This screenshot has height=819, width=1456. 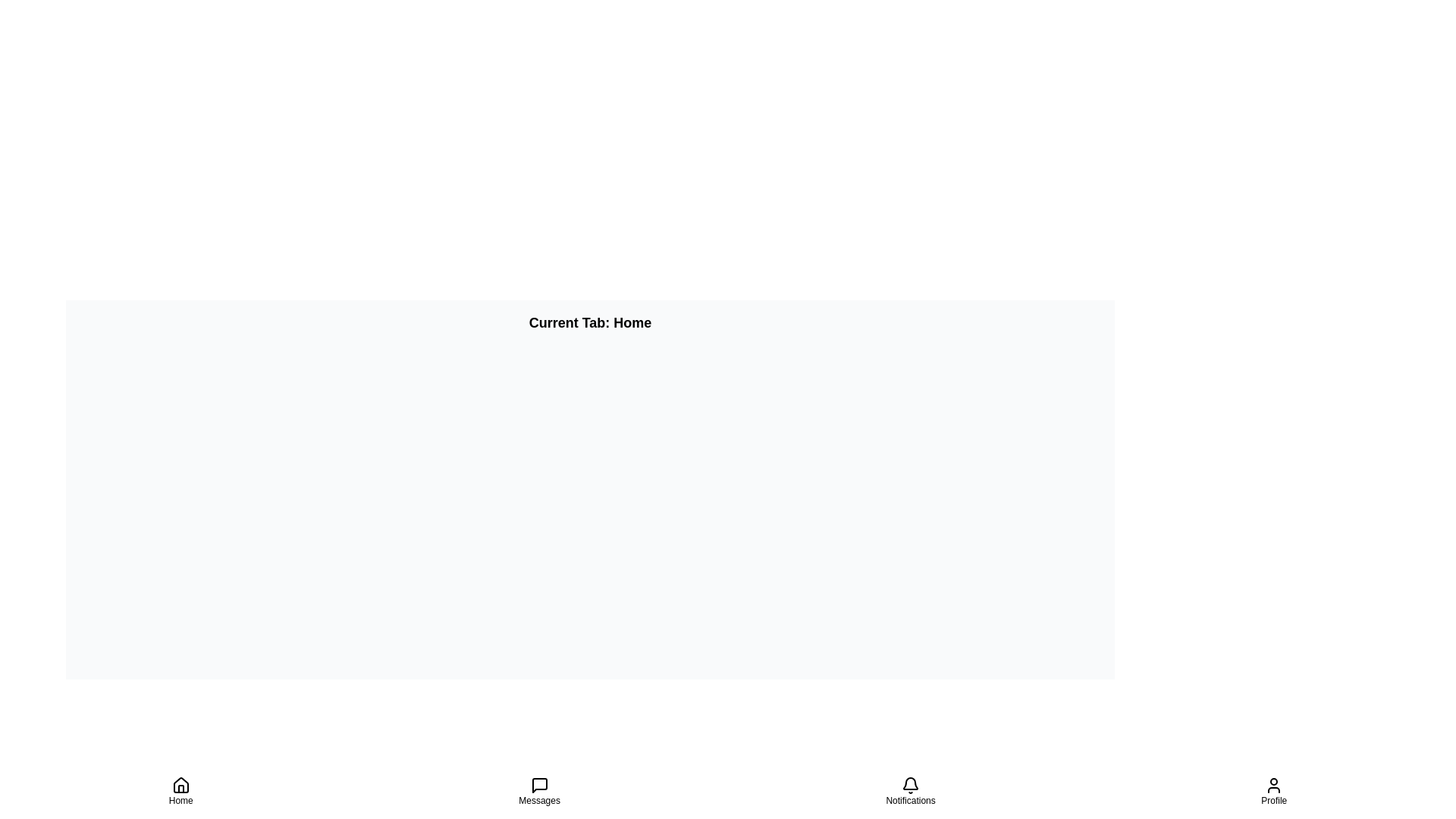 I want to click on the speech bubble icon segment in the bottom navigation bar, which is the second icon from the left, above the 'Messages' label, so click(x=539, y=785).